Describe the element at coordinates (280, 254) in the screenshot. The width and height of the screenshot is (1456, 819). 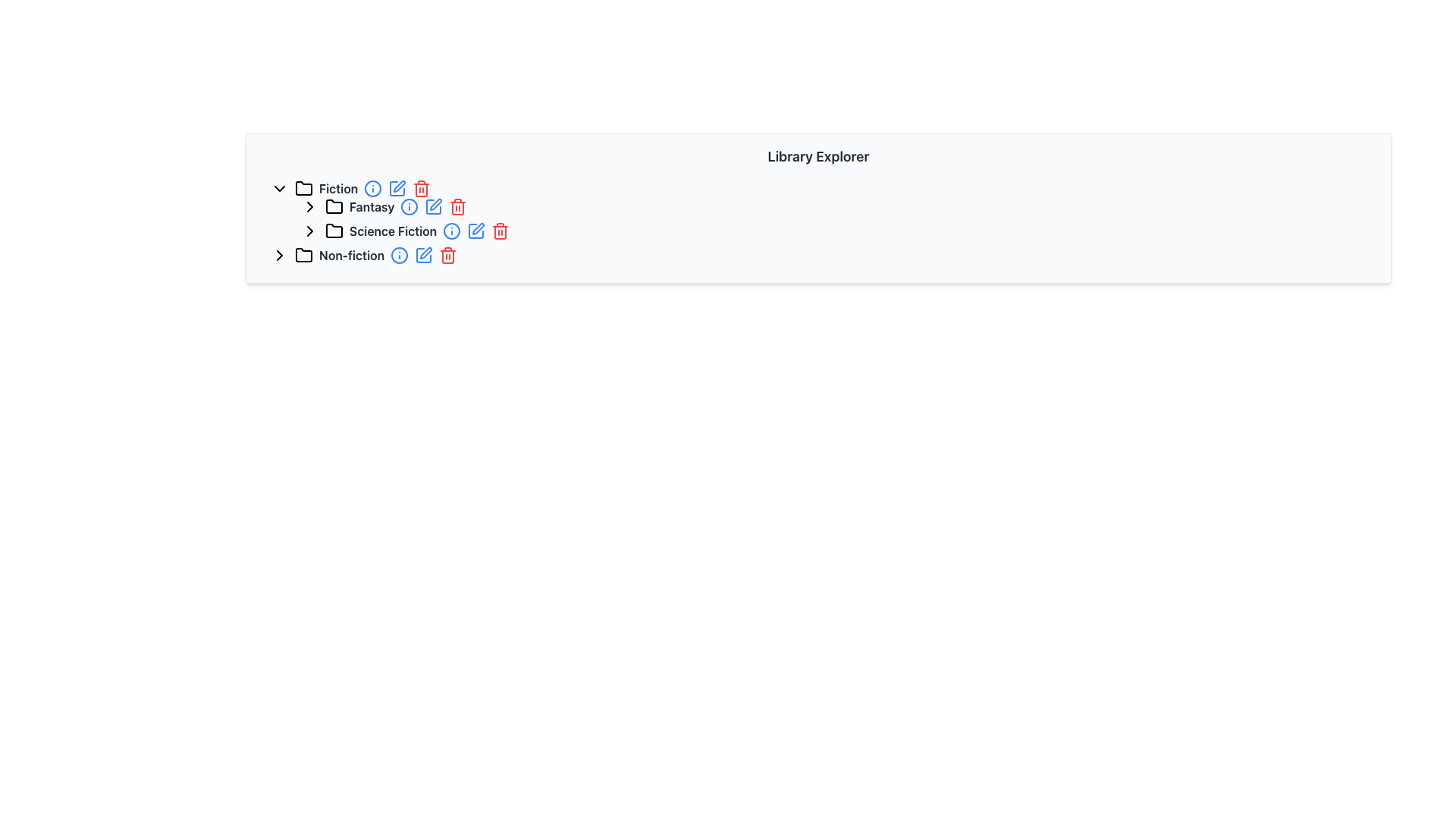
I see `the collapsible arrow indicator` at that location.